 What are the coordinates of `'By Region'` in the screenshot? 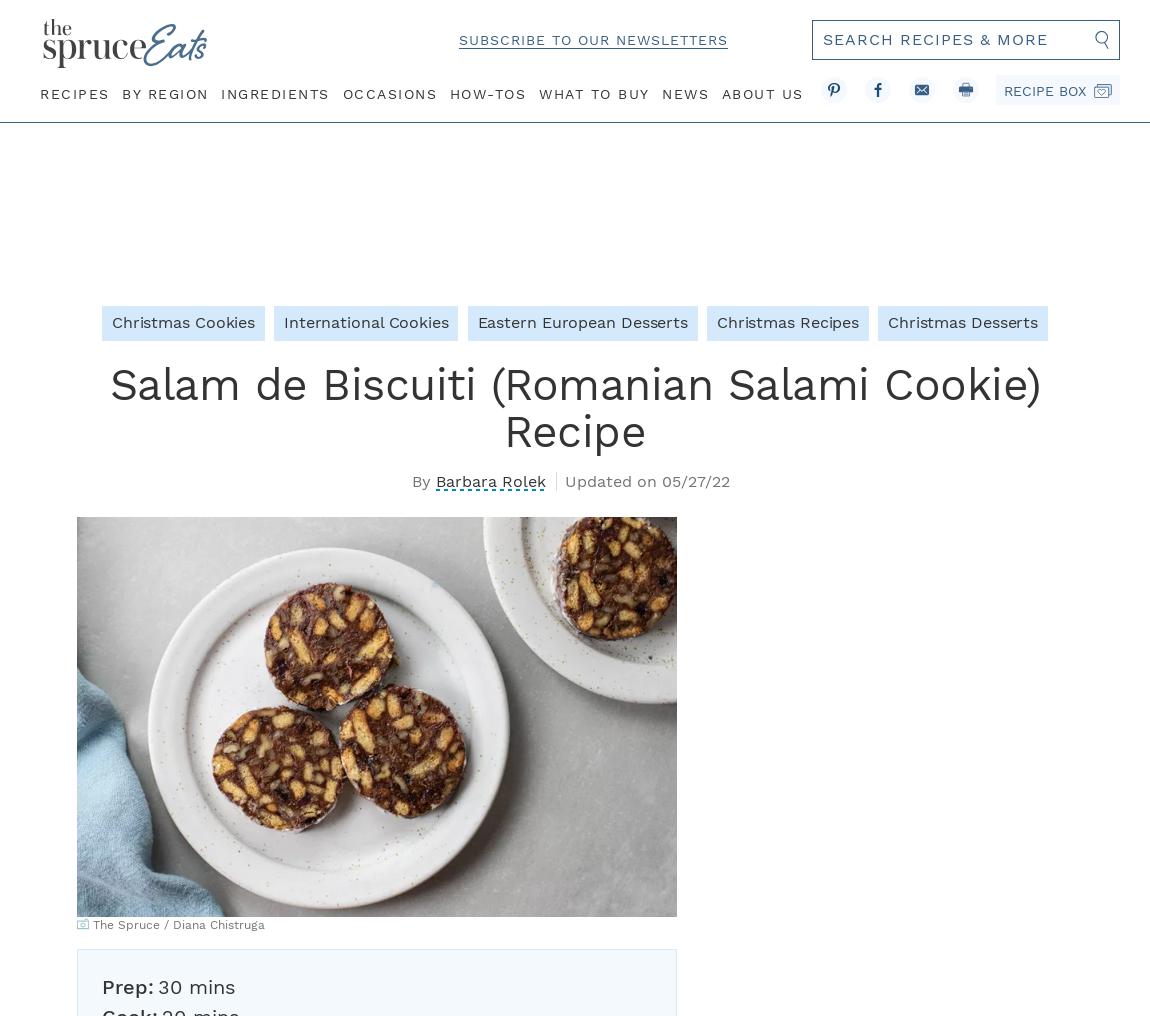 It's located at (164, 92).